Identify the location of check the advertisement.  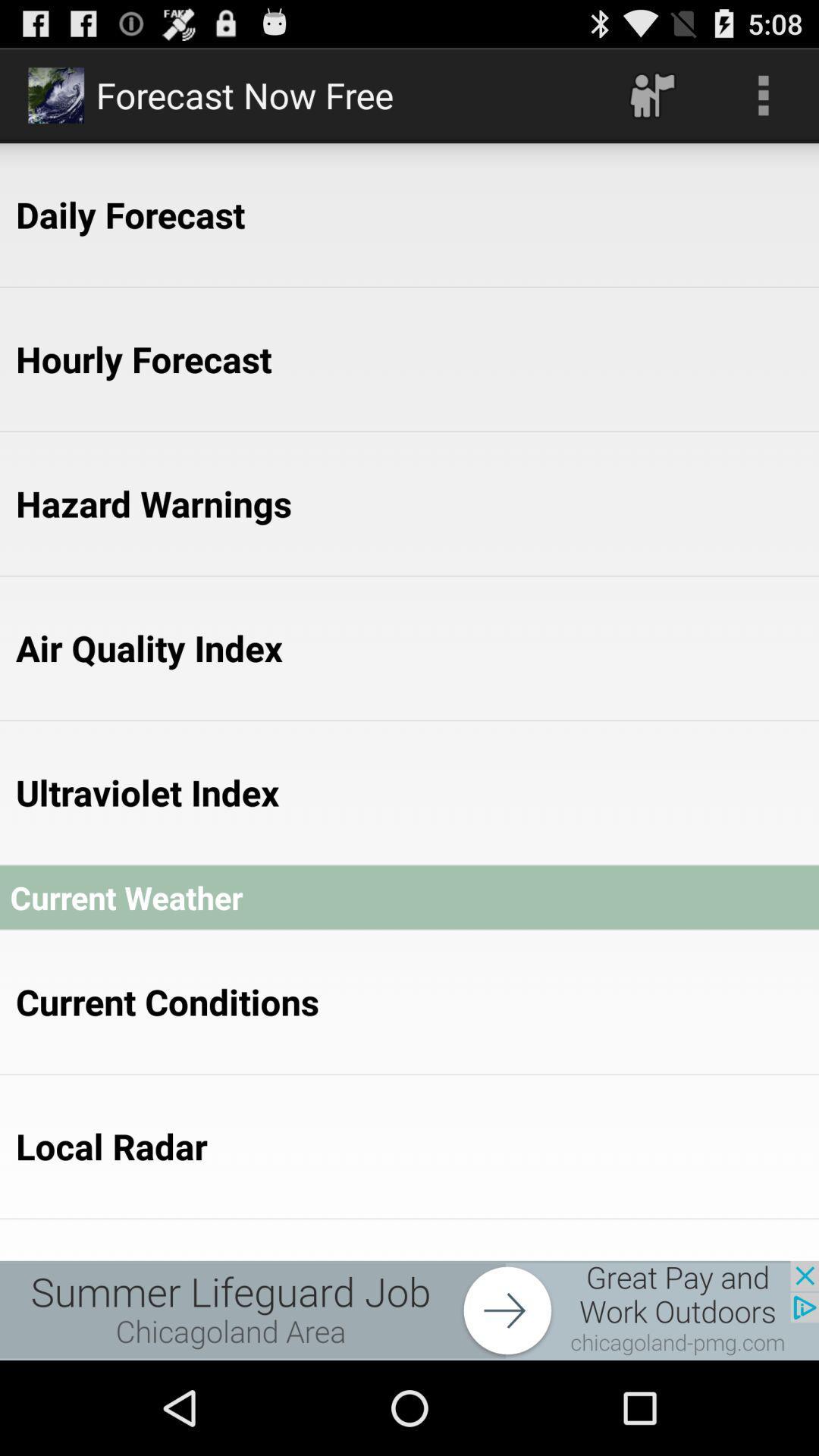
(409, 1310).